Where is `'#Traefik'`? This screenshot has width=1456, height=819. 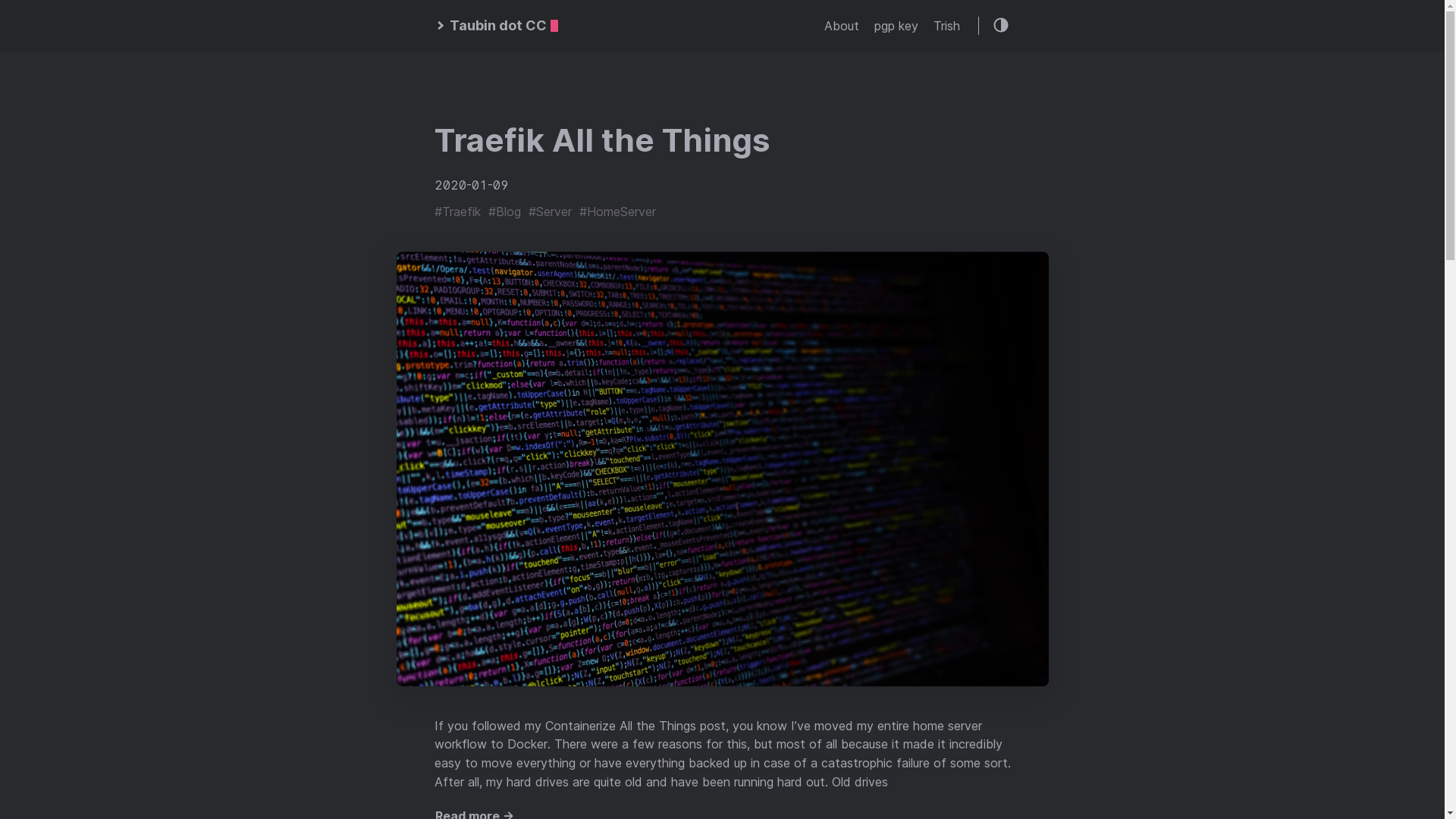
'#Traefik' is located at coordinates (456, 211).